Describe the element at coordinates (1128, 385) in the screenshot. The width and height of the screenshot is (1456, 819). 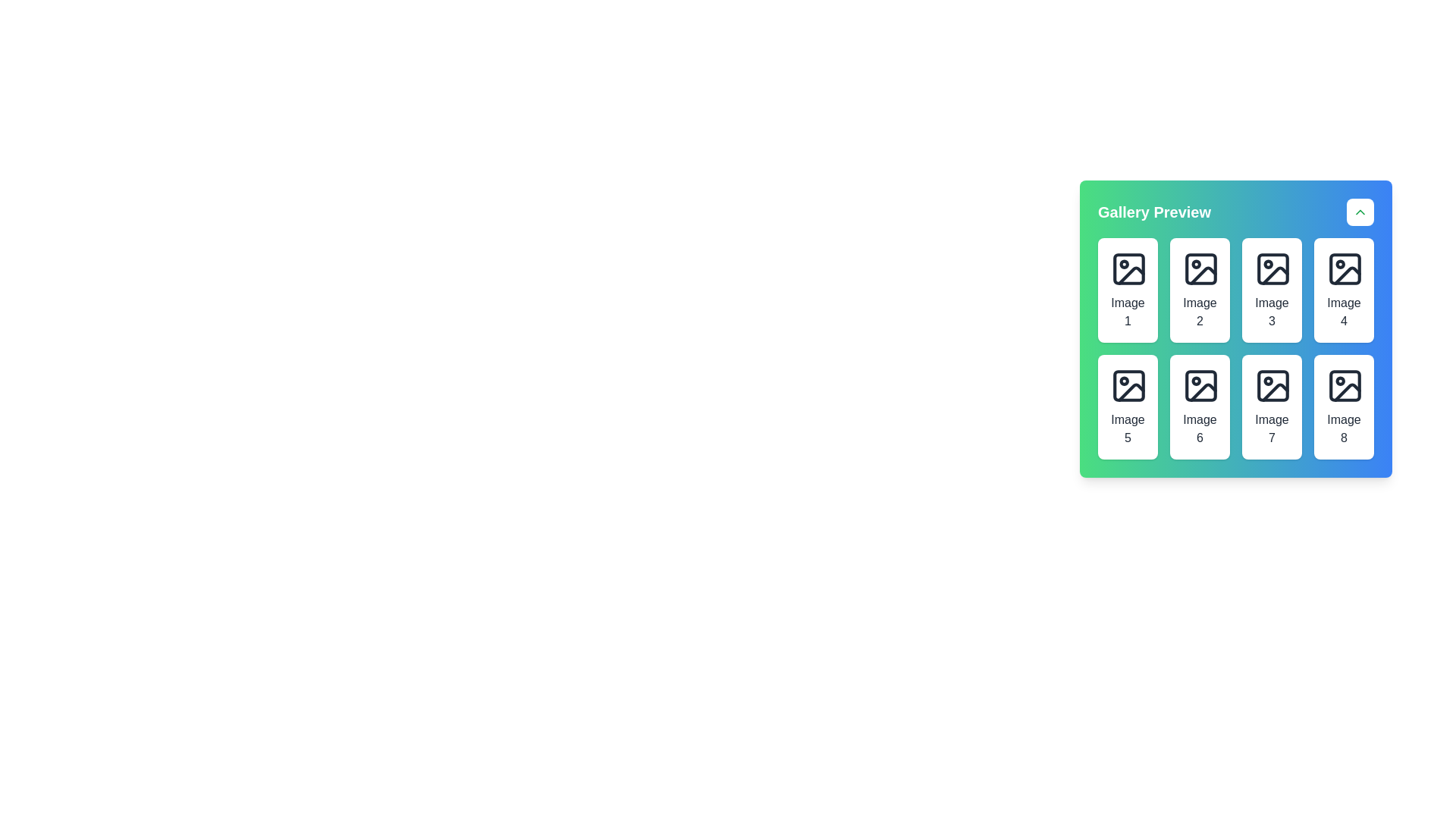
I see `the graphical detail within the 'Image 5' icon, which is a rectangular shape with rounded corners located in the fifth position of the grid layout` at that location.